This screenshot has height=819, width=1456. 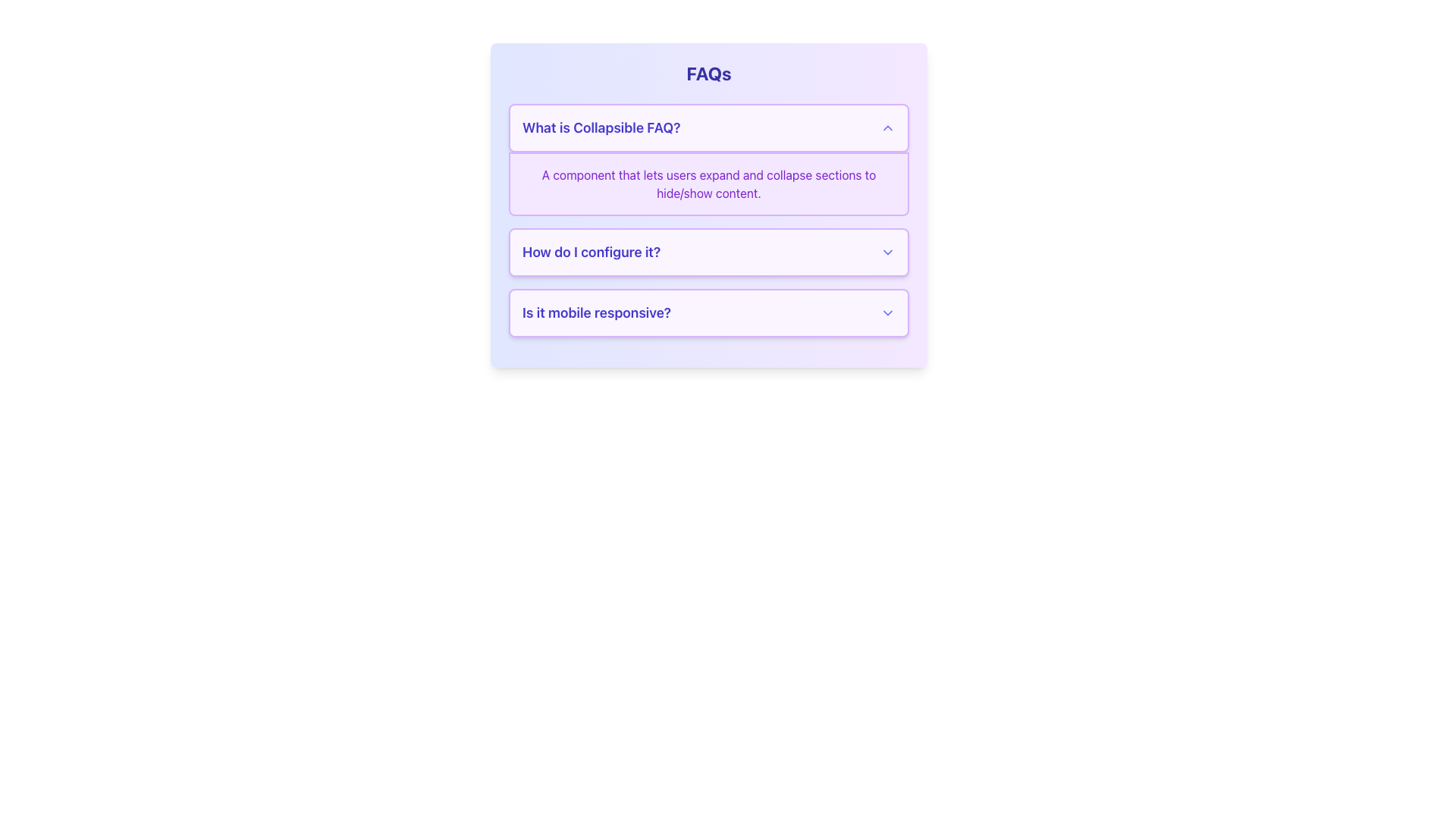 I want to click on the main heading element located at the top center of the layout, which serves as the introduction to the section's purpose, so click(x=708, y=73).